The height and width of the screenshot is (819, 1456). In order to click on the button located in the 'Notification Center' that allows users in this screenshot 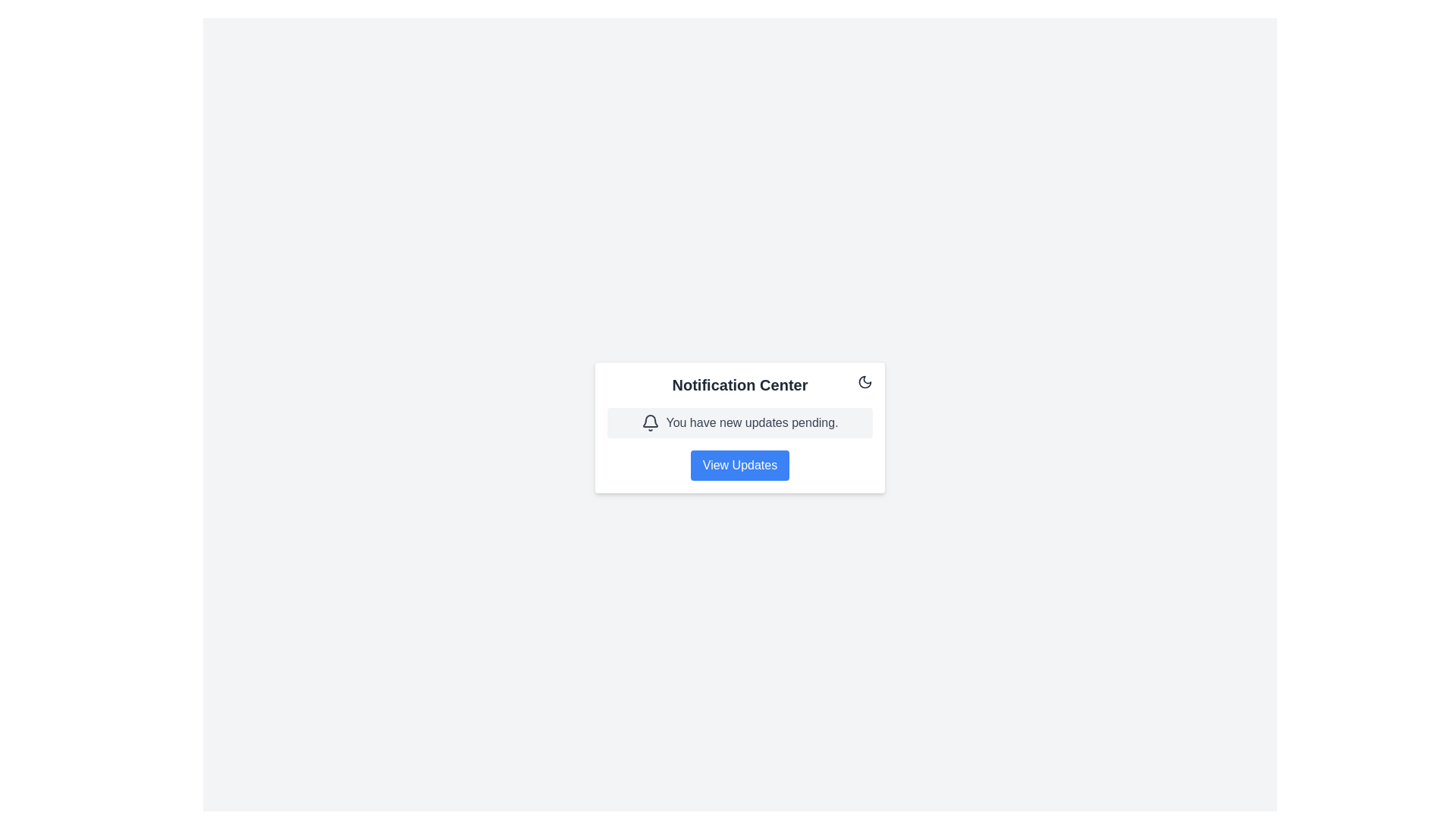, I will do `click(739, 464)`.